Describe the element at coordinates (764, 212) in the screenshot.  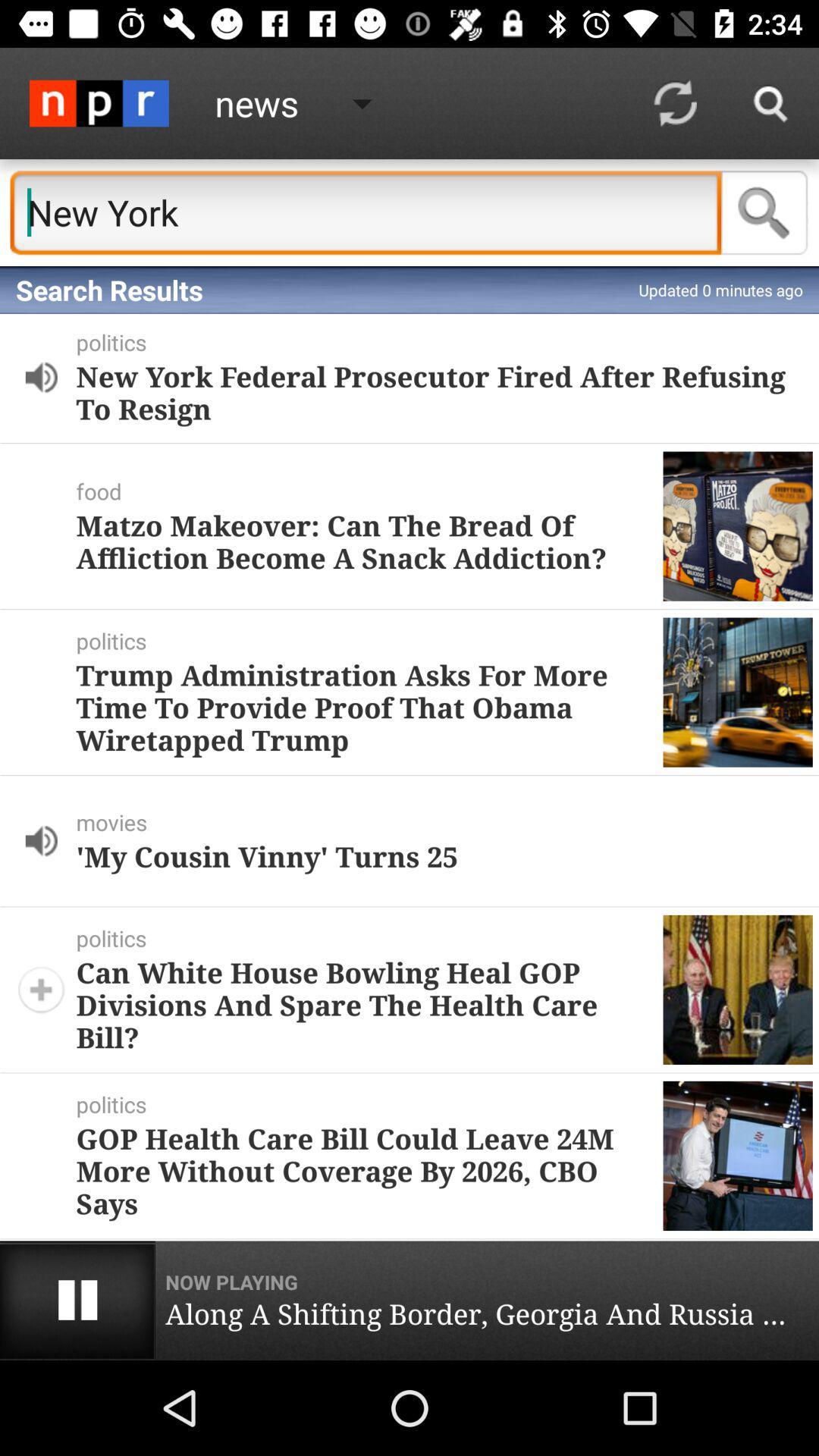
I see `the search icon` at that location.